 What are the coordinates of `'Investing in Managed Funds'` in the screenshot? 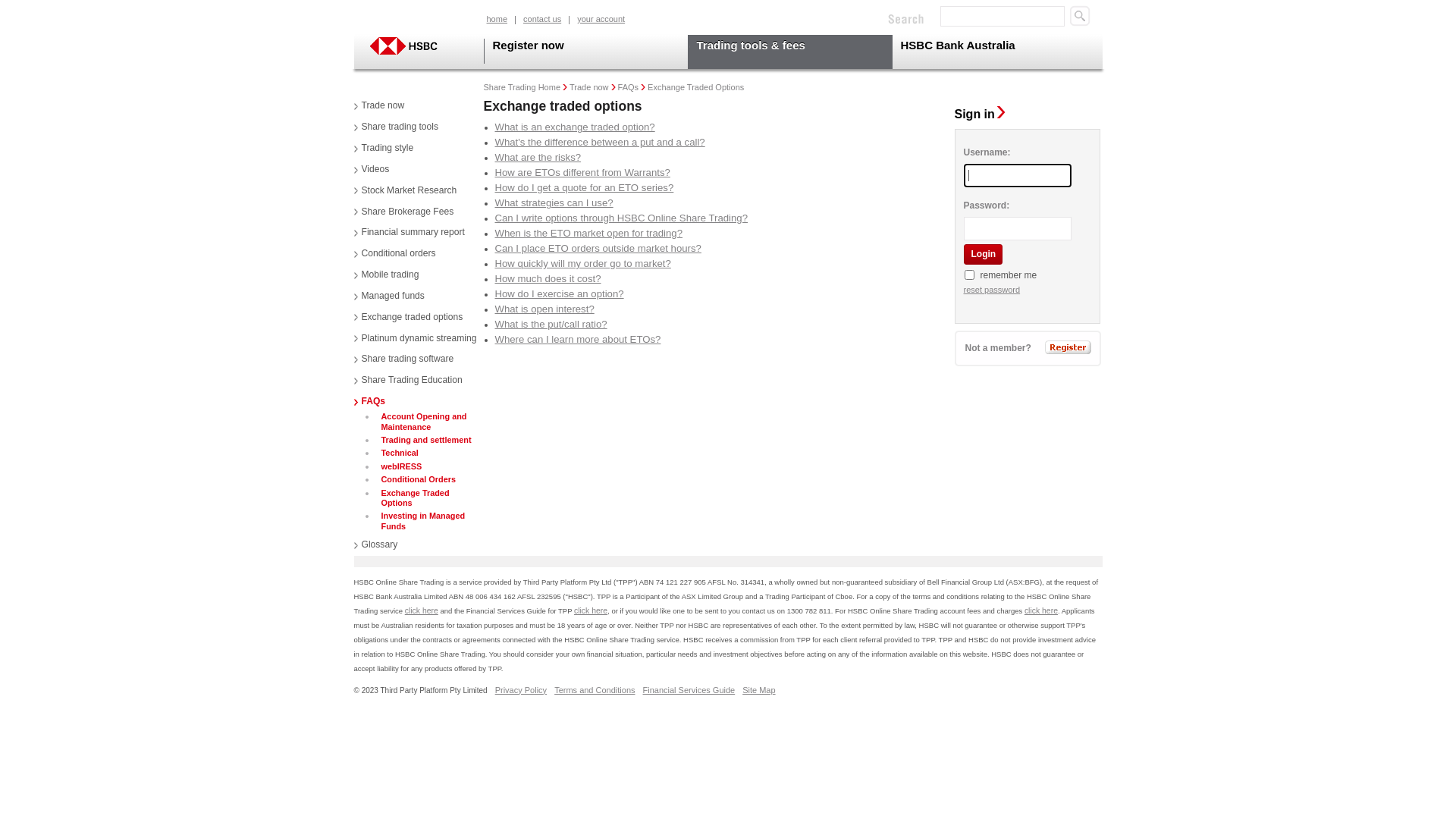 It's located at (378, 520).